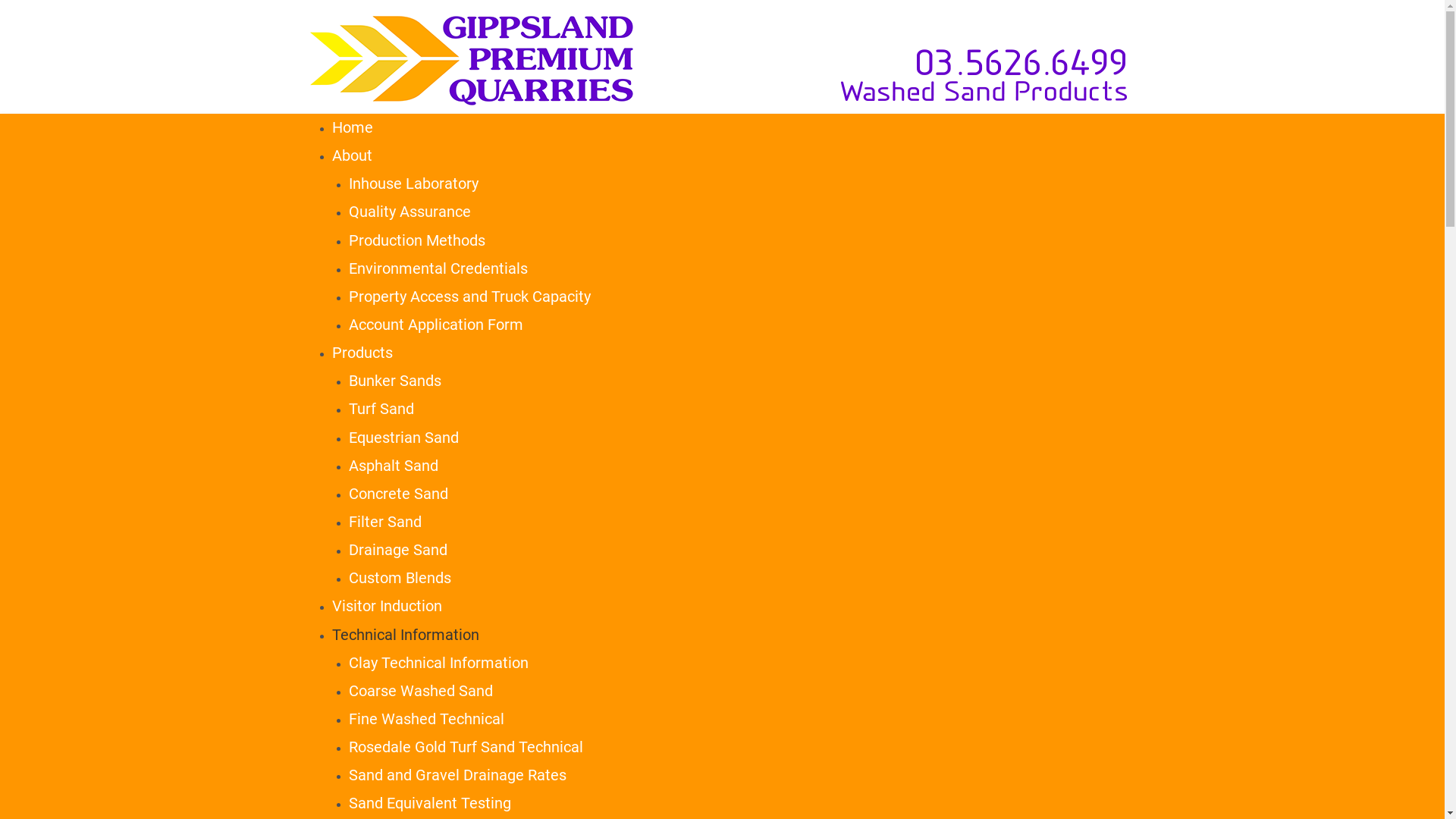 The height and width of the screenshot is (819, 1456). Describe the element at coordinates (465, 745) in the screenshot. I see `'Rosedale Gold Turf Sand Technical'` at that location.